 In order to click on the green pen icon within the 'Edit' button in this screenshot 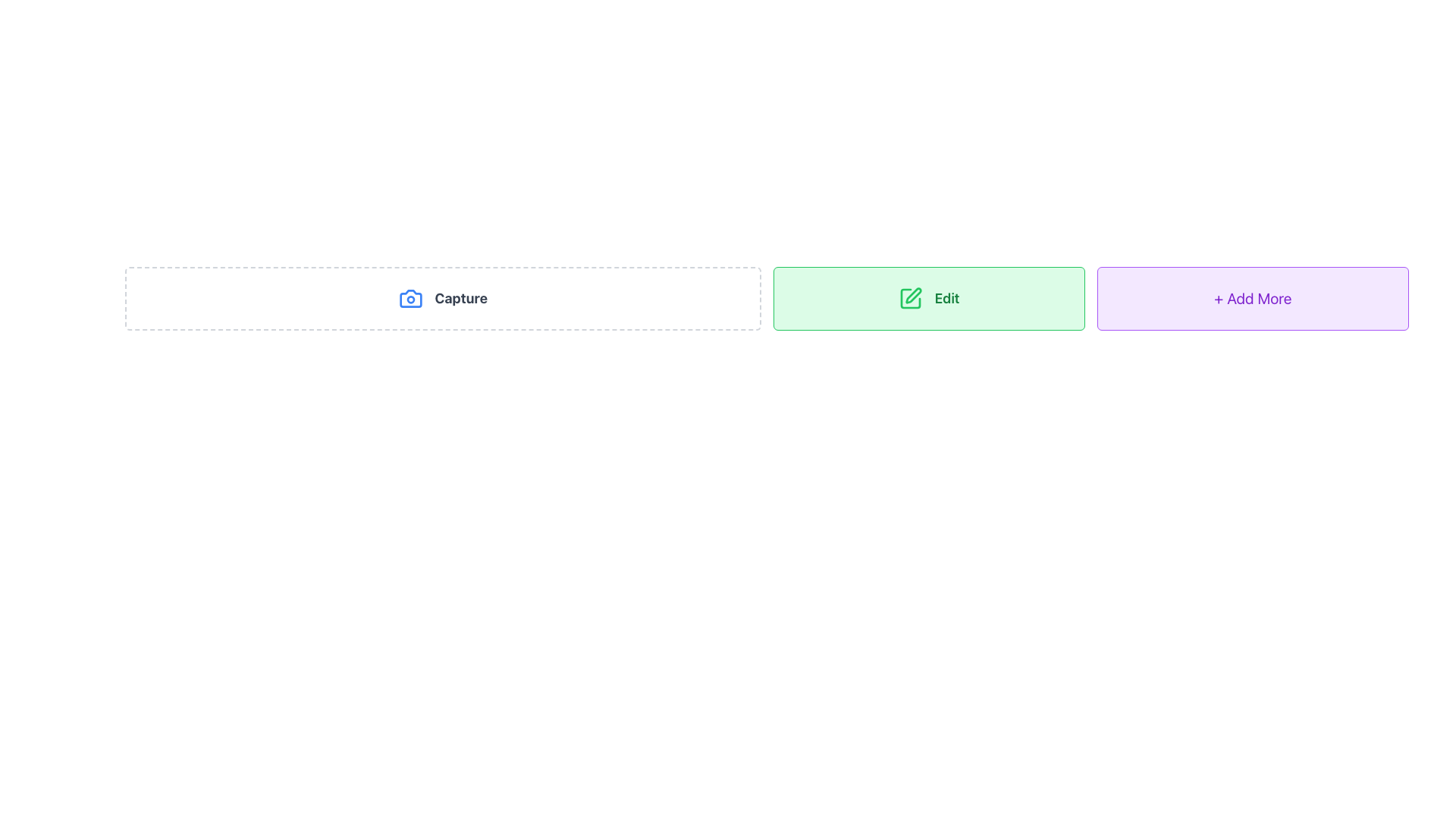, I will do `click(912, 295)`.